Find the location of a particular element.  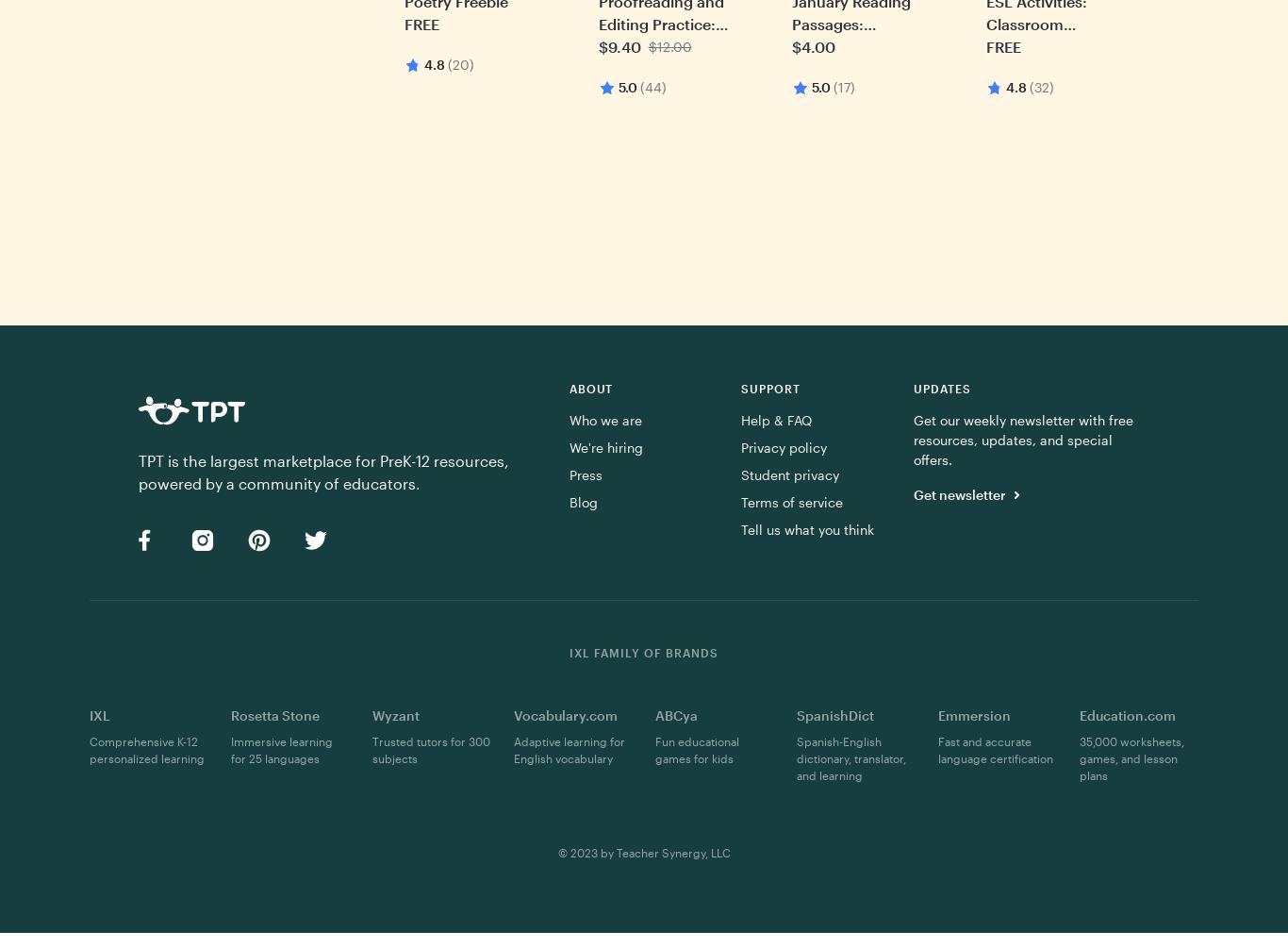

'Tell us what you think' is located at coordinates (740, 528).